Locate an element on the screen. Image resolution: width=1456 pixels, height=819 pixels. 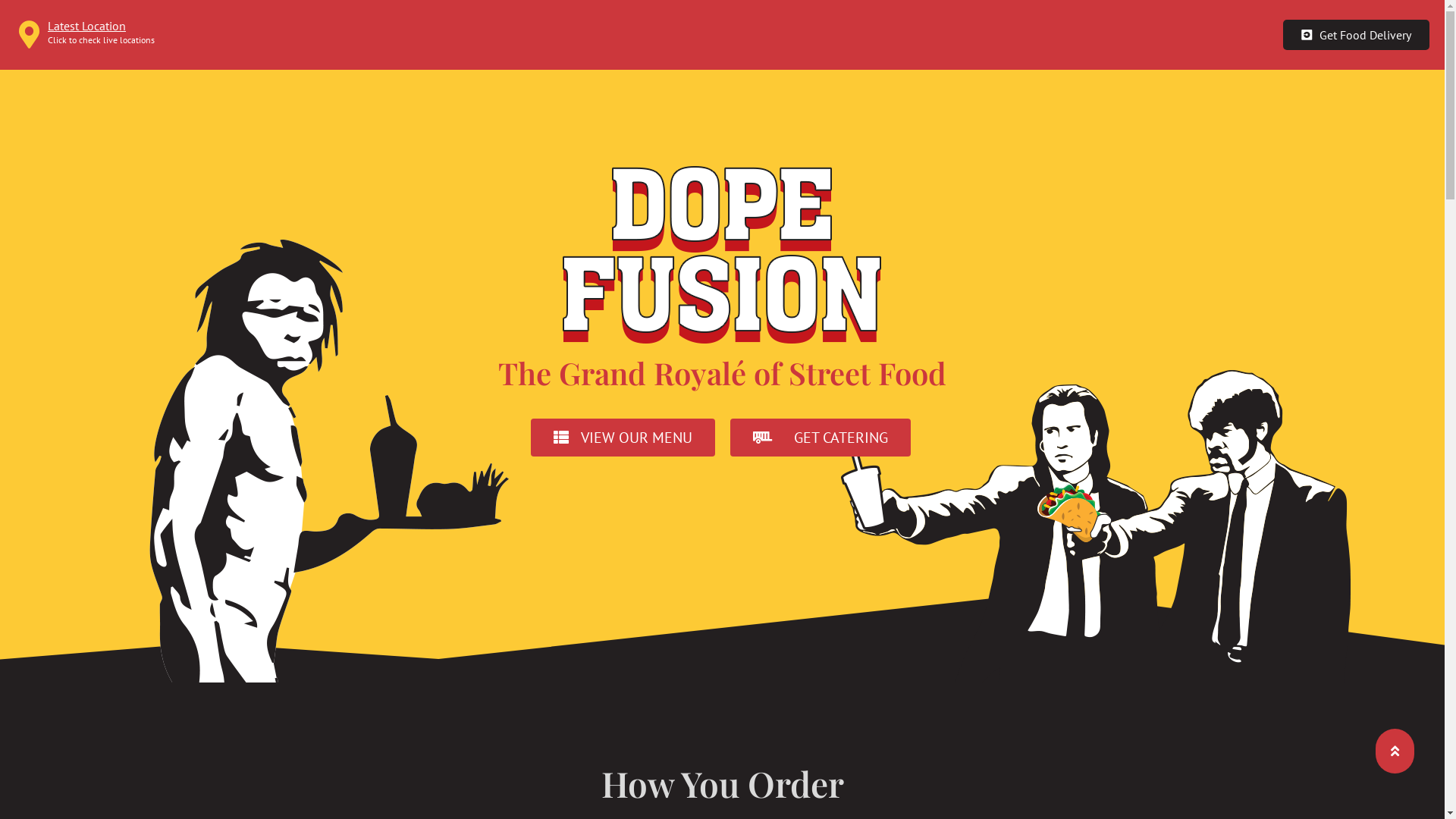
'Latest Location' is located at coordinates (86, 26).